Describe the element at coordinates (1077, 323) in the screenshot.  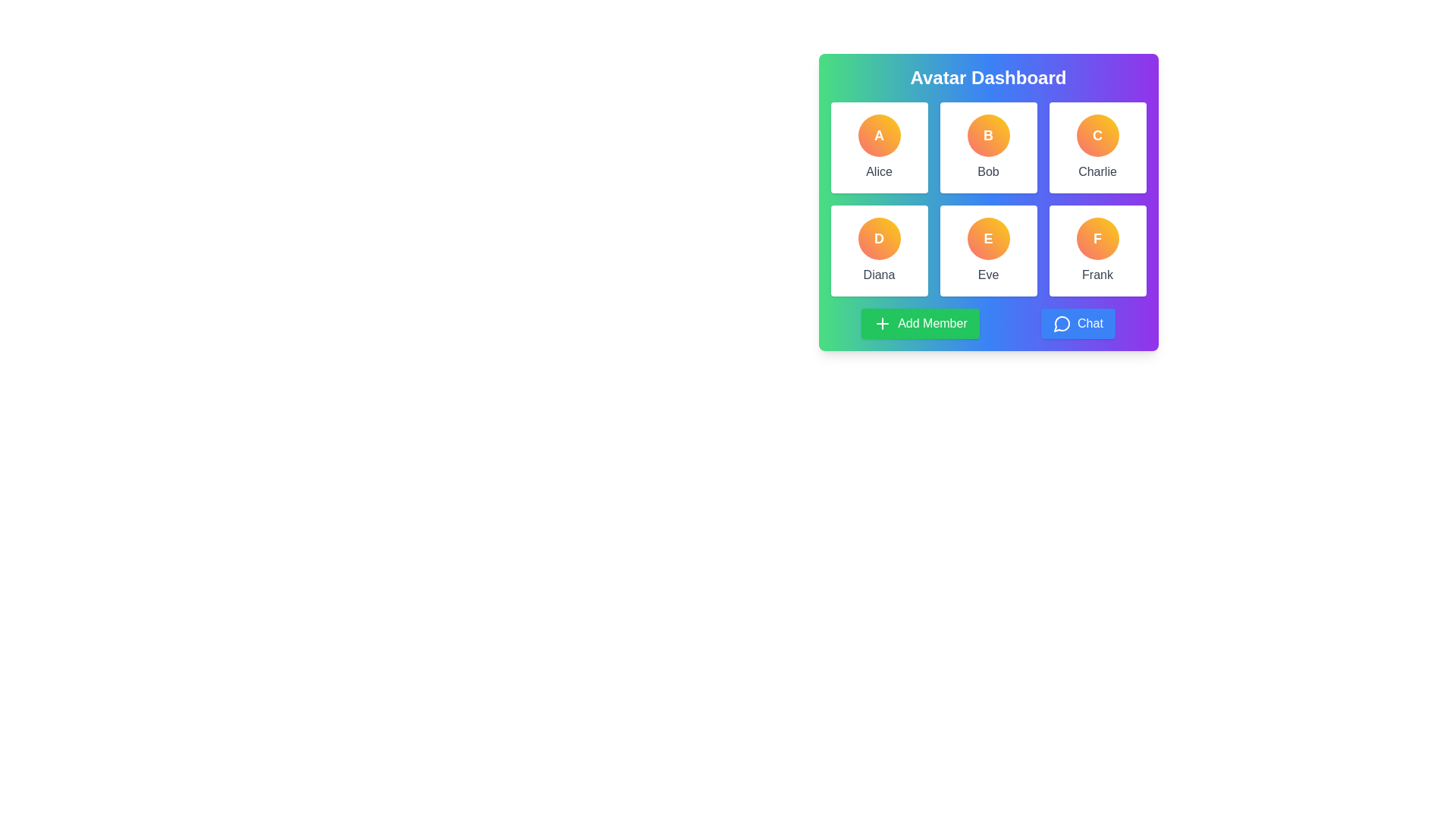
I see `the blue 'Chat' button with rounded corners that contains white text and a speech bubble icon, located to the right of the 'Add Member' button in the dashboard interface` at that location.